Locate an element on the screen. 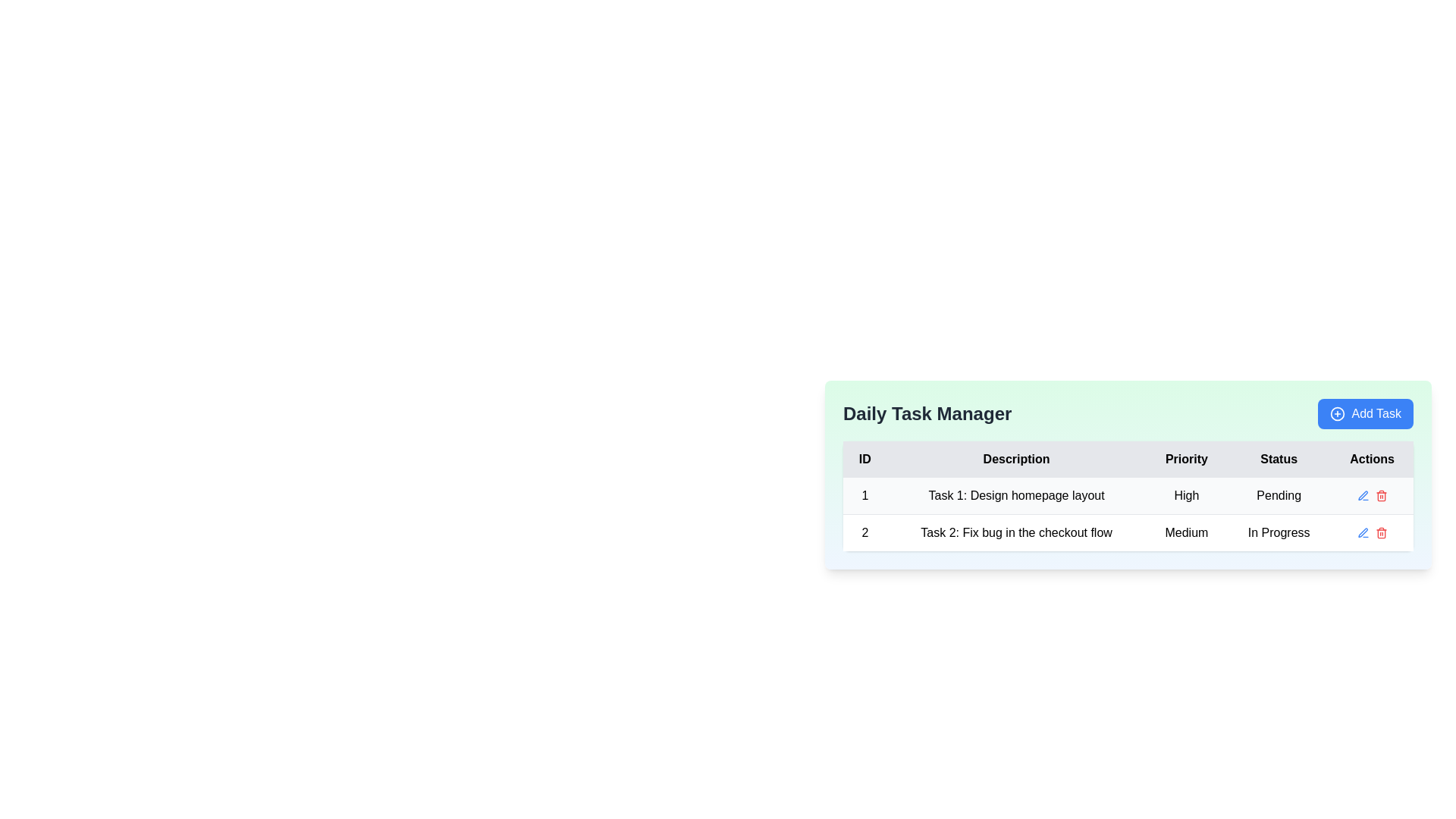 This screenshot has width=1456, height=819. text of the label indicating the current task status, which is 'In Progress', located in the second row of the data table under the 'Status' column is located at coordinates (1278, 532).